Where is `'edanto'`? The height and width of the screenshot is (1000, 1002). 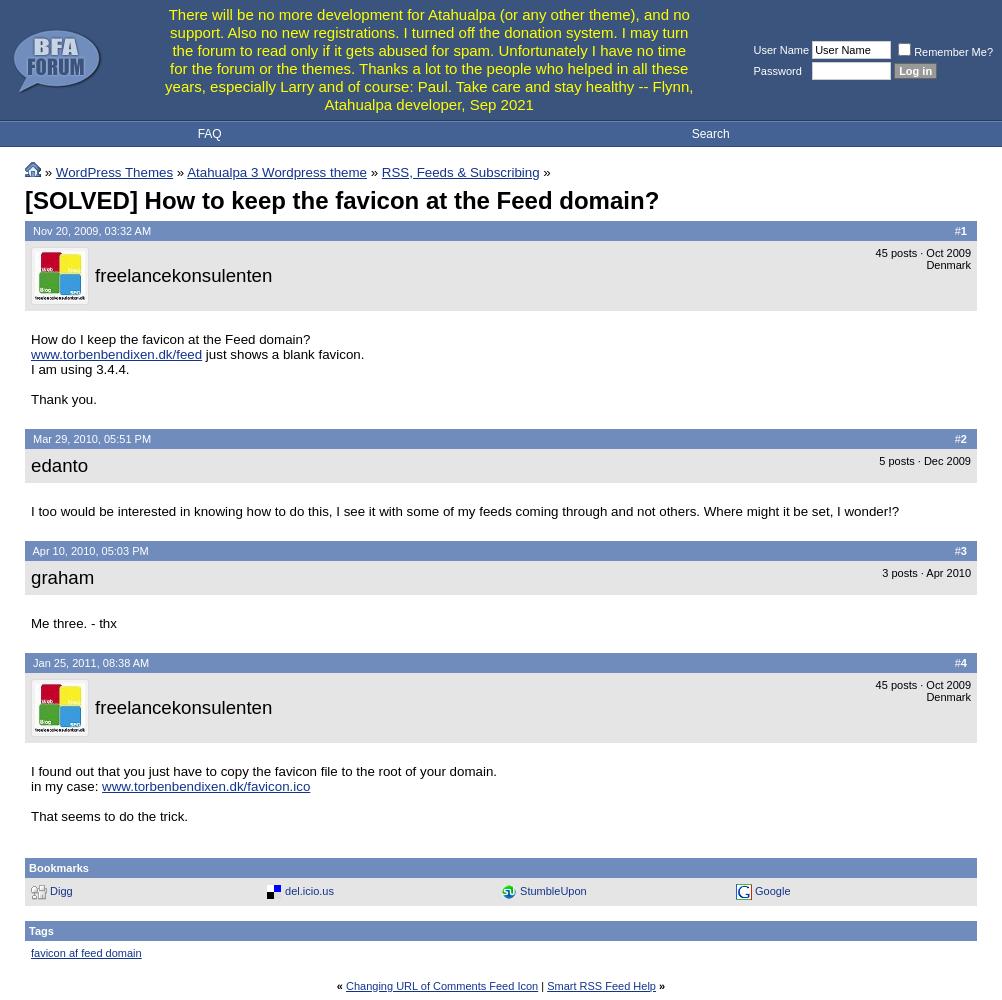
'edanto' is located at coordinates (59, 463).